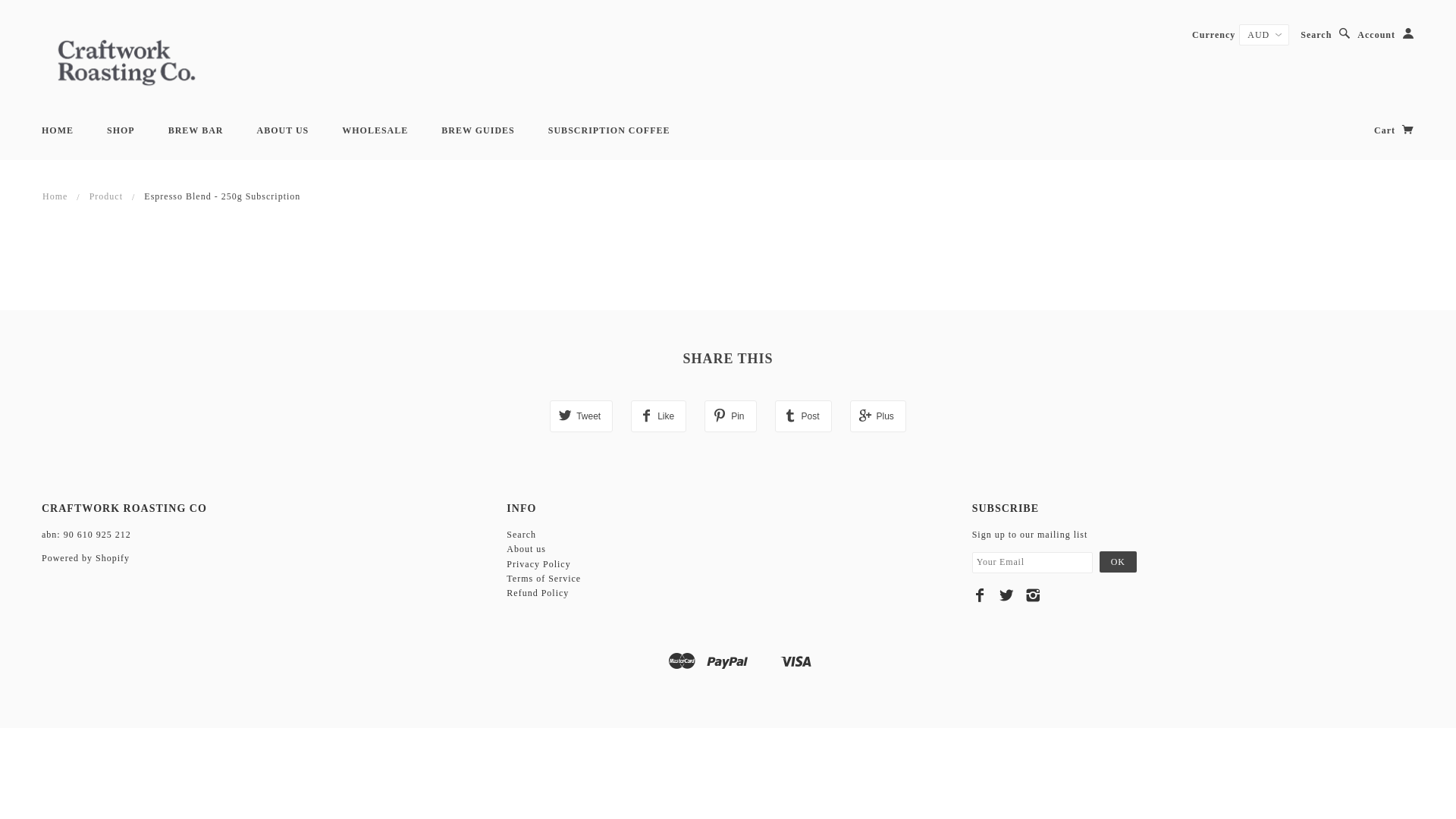 This screenshot has width=1456, height=819. Describe the element at coordinates (375, 130) in the screenshot. I see `'WHOLESALE'` at that location.